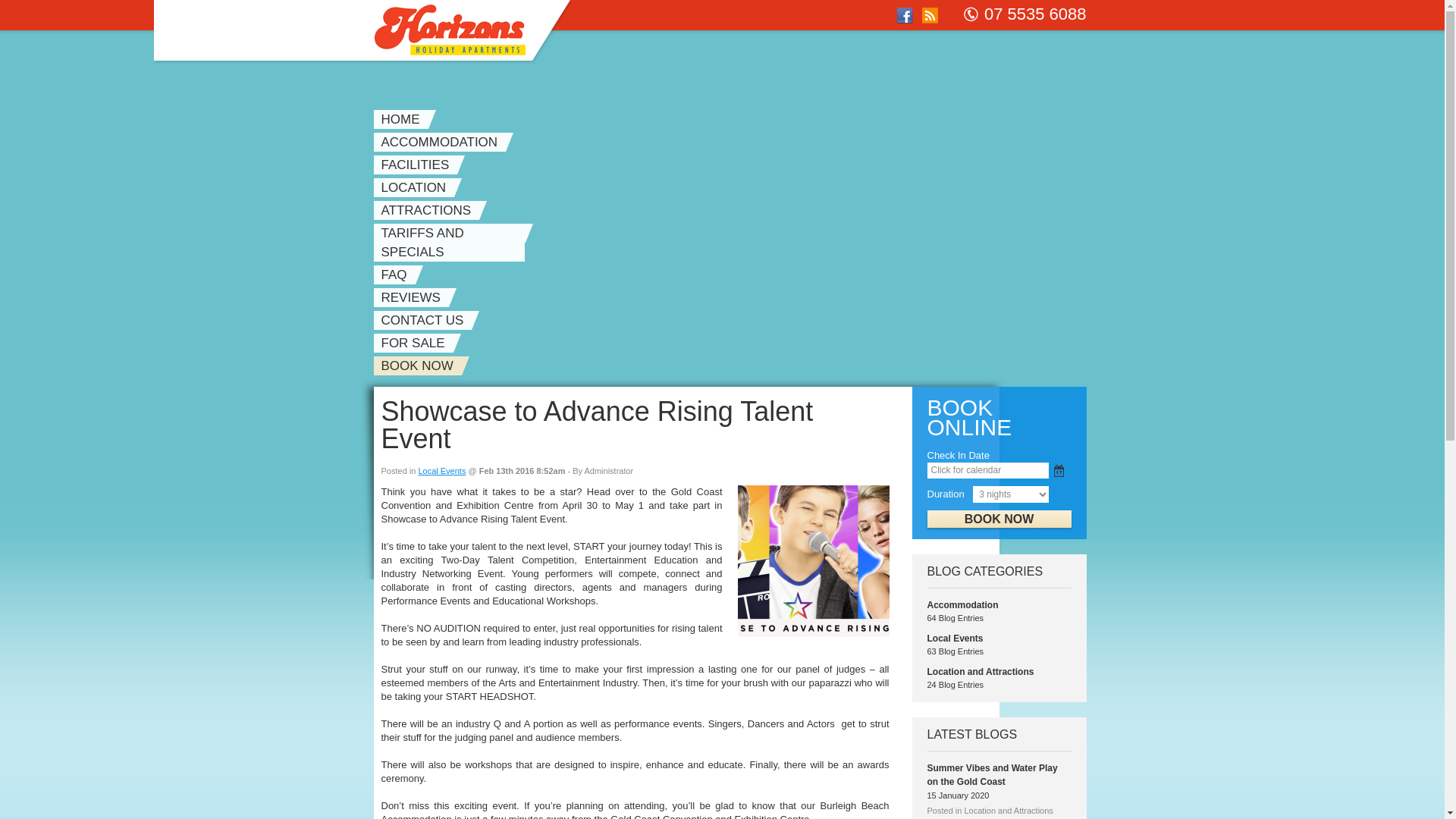  What do you see at coordinates (998, 518) in the screenshot?
I see `'Book Now'` at bounding box center [998, 518].